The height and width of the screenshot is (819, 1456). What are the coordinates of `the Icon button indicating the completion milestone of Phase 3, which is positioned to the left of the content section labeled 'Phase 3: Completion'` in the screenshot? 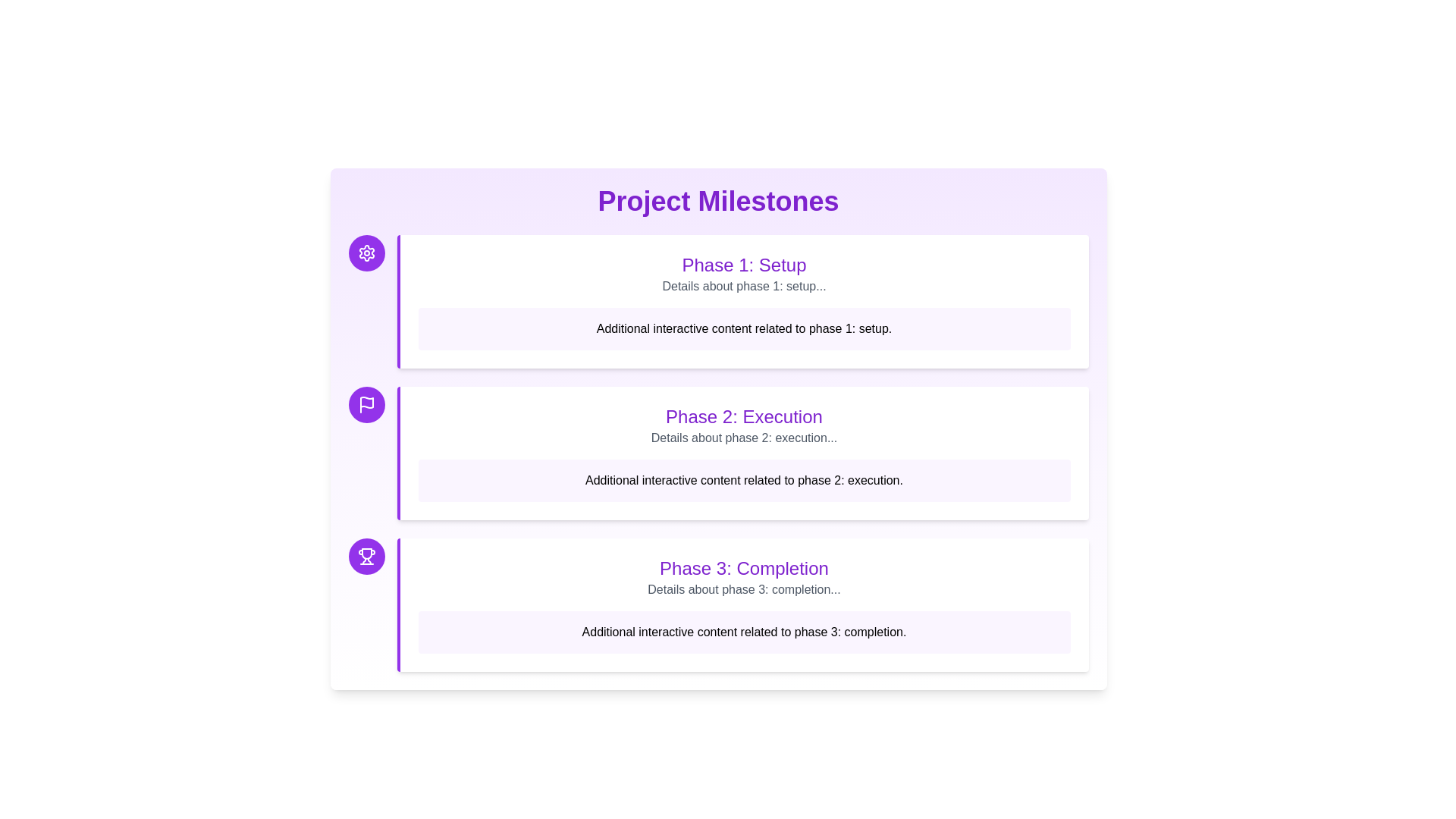 It's located at (366, 556).